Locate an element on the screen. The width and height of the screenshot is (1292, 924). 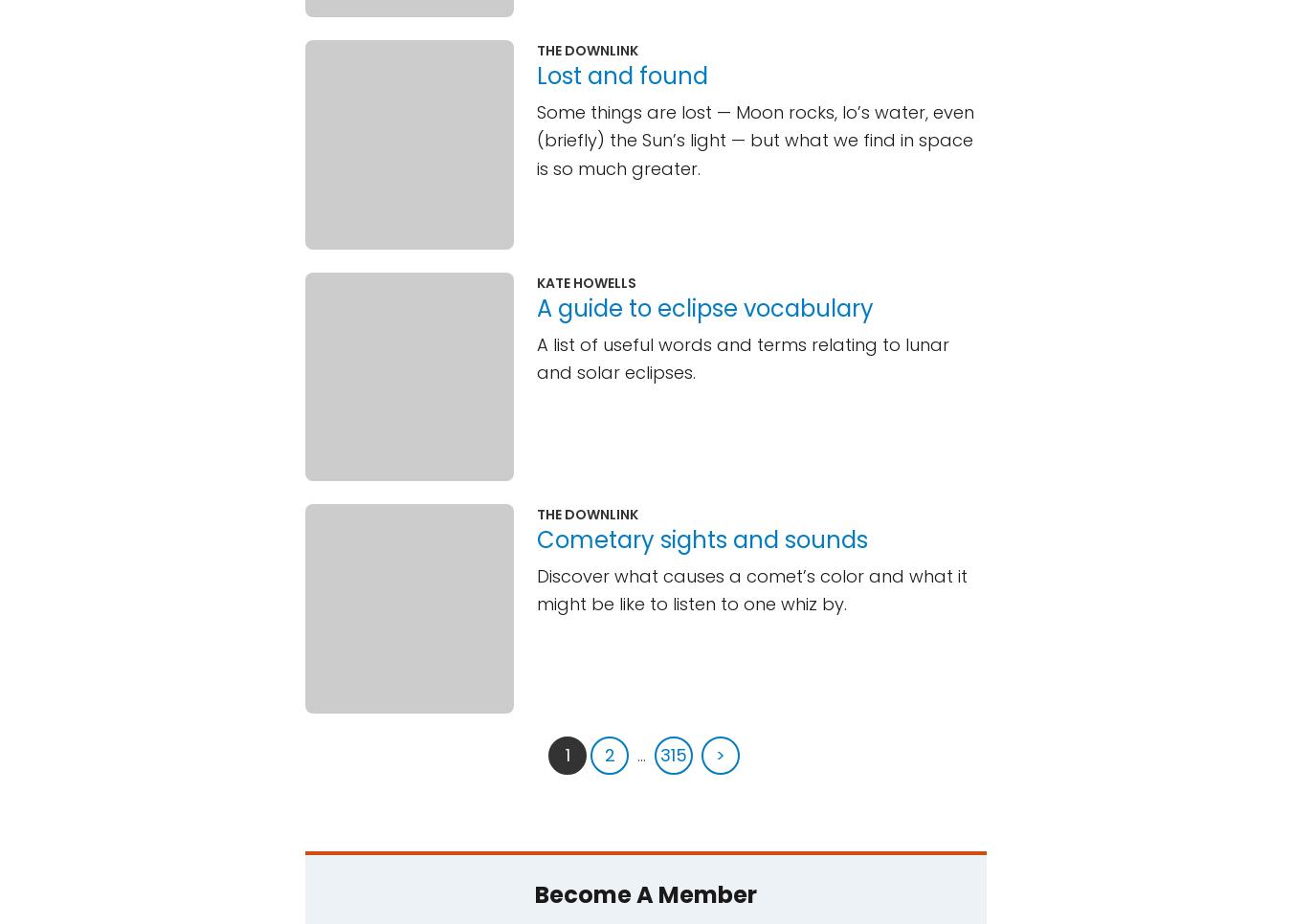
'...' is located at coordinates (641, 753).